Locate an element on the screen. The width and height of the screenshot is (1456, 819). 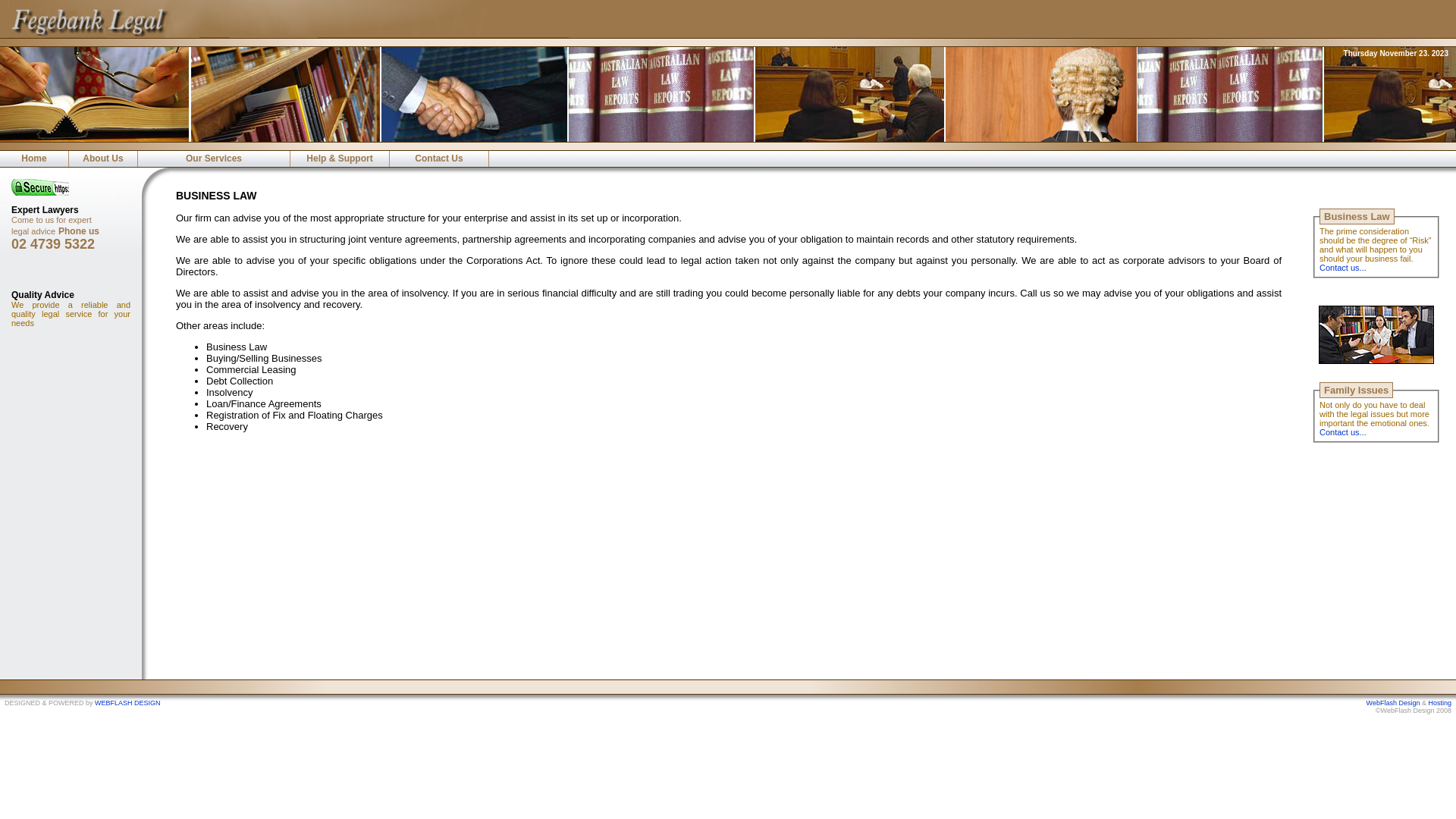
'Contact us...' is located at coordinates (1318, 267).